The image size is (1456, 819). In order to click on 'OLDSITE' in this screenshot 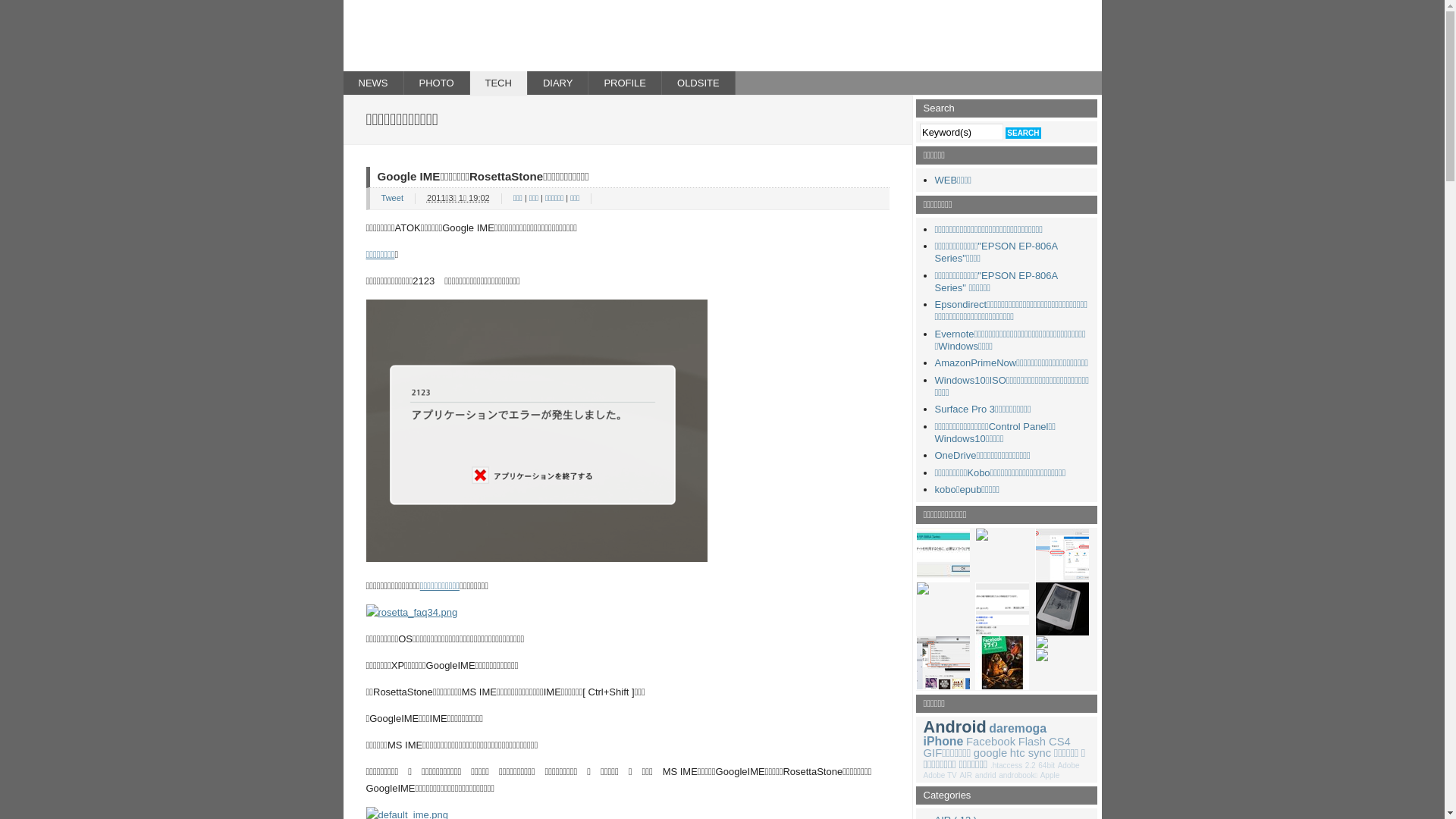, I will do `click(698, 83)`.